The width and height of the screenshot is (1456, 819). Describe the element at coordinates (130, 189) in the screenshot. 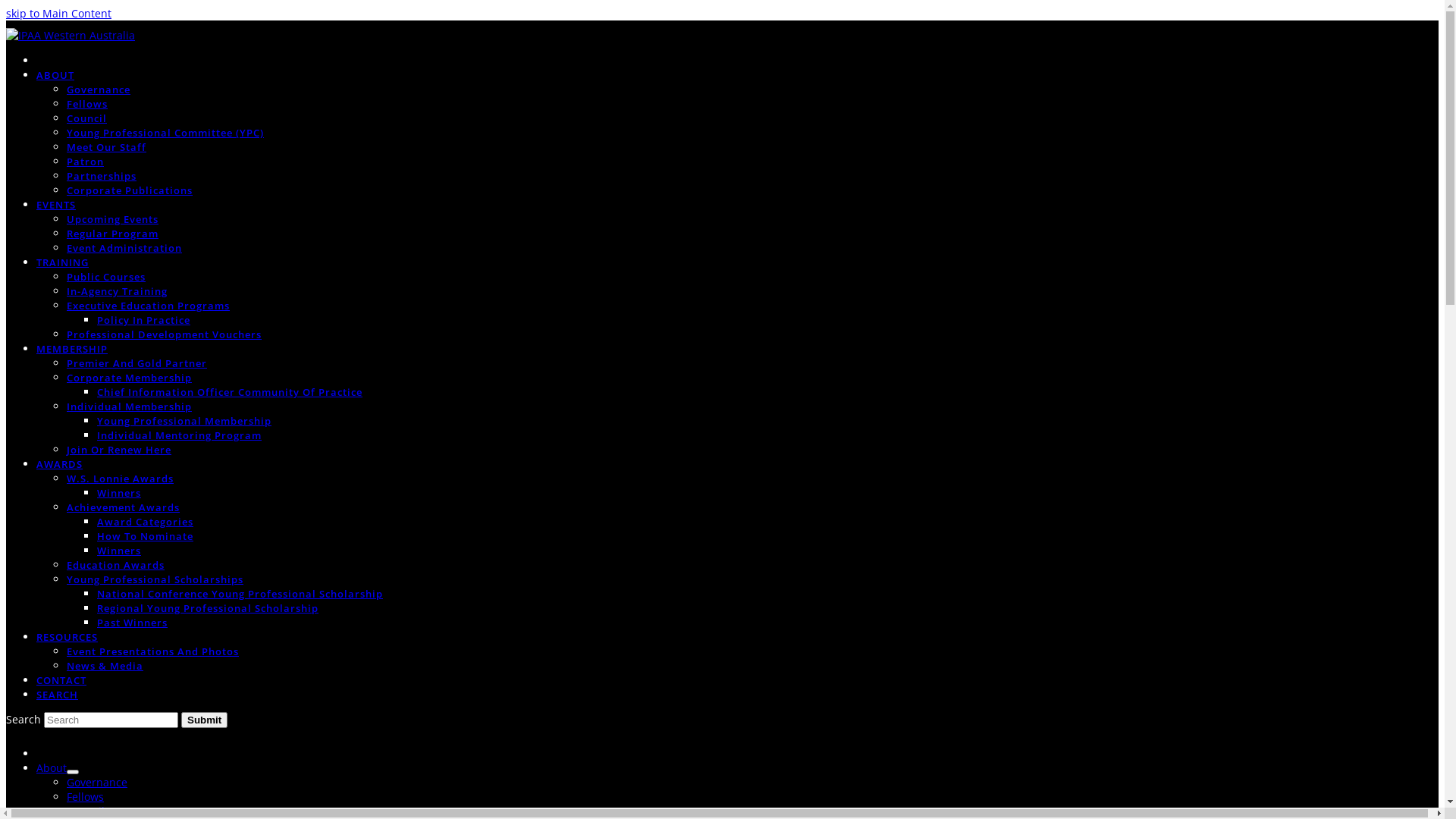

I see `'Corporate Publications'` at that location.